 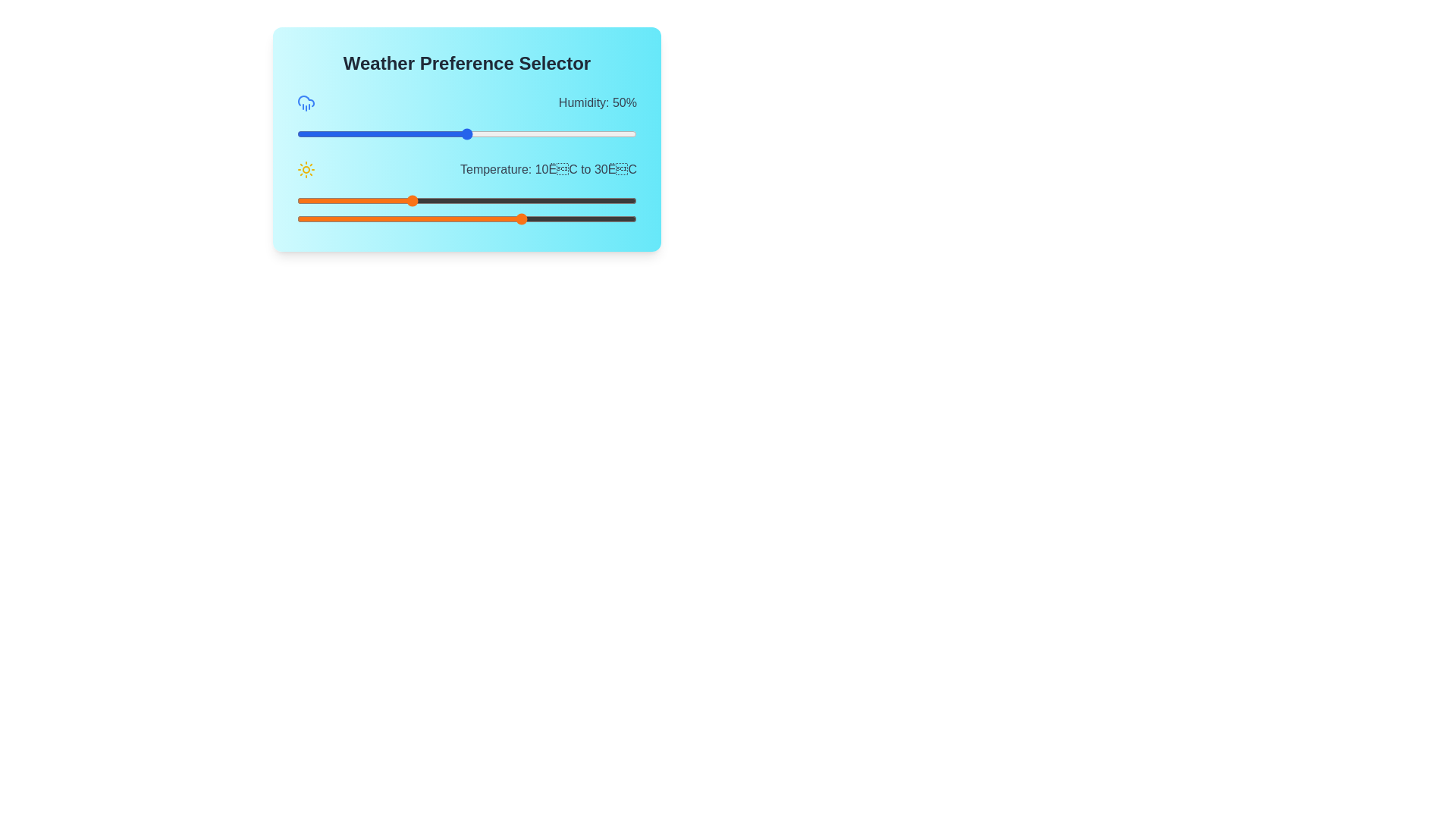 I want to click on the humidity slider to set the humidity level to 88%, so click(x=595, y=133).